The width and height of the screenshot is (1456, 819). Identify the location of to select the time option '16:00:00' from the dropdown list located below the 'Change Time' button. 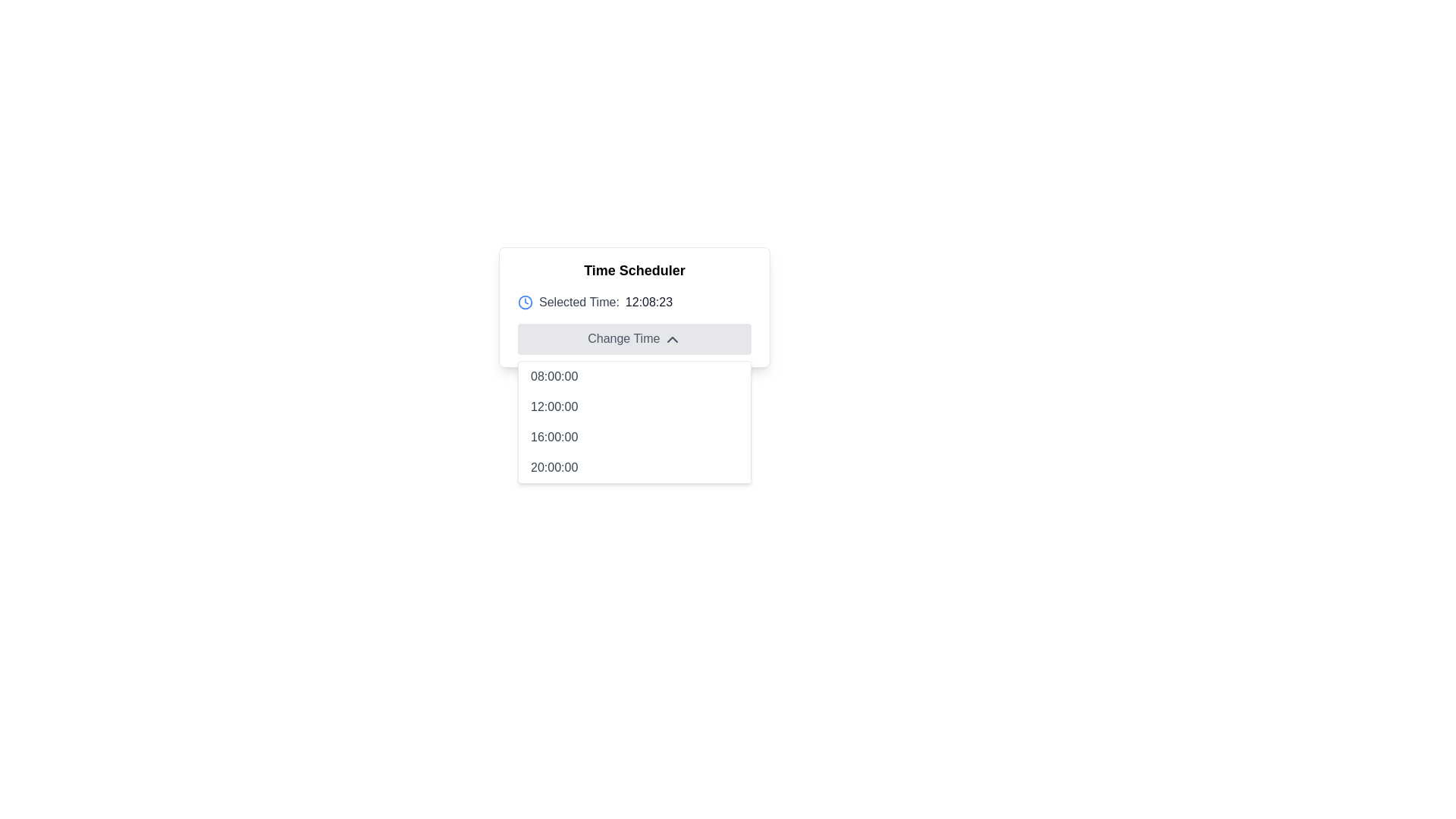
(634, 436).